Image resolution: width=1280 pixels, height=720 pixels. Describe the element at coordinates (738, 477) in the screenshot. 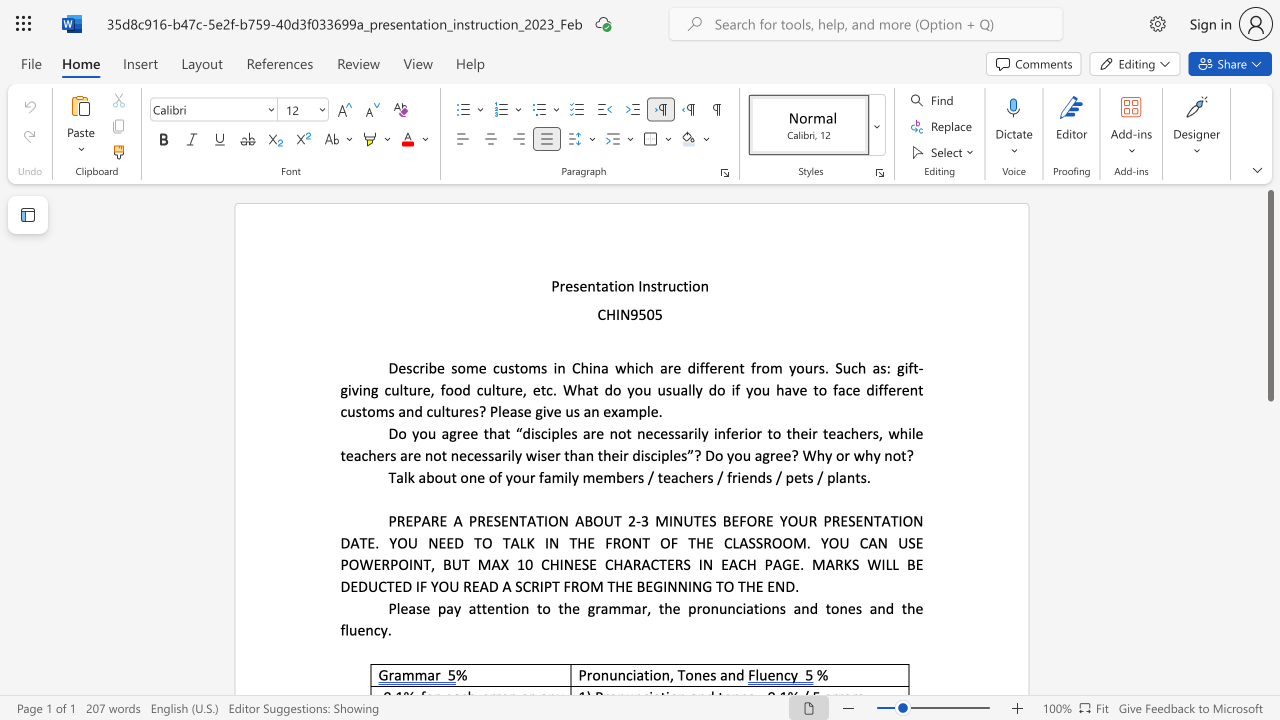

I see `the 2th character "i" in the text` at that location.